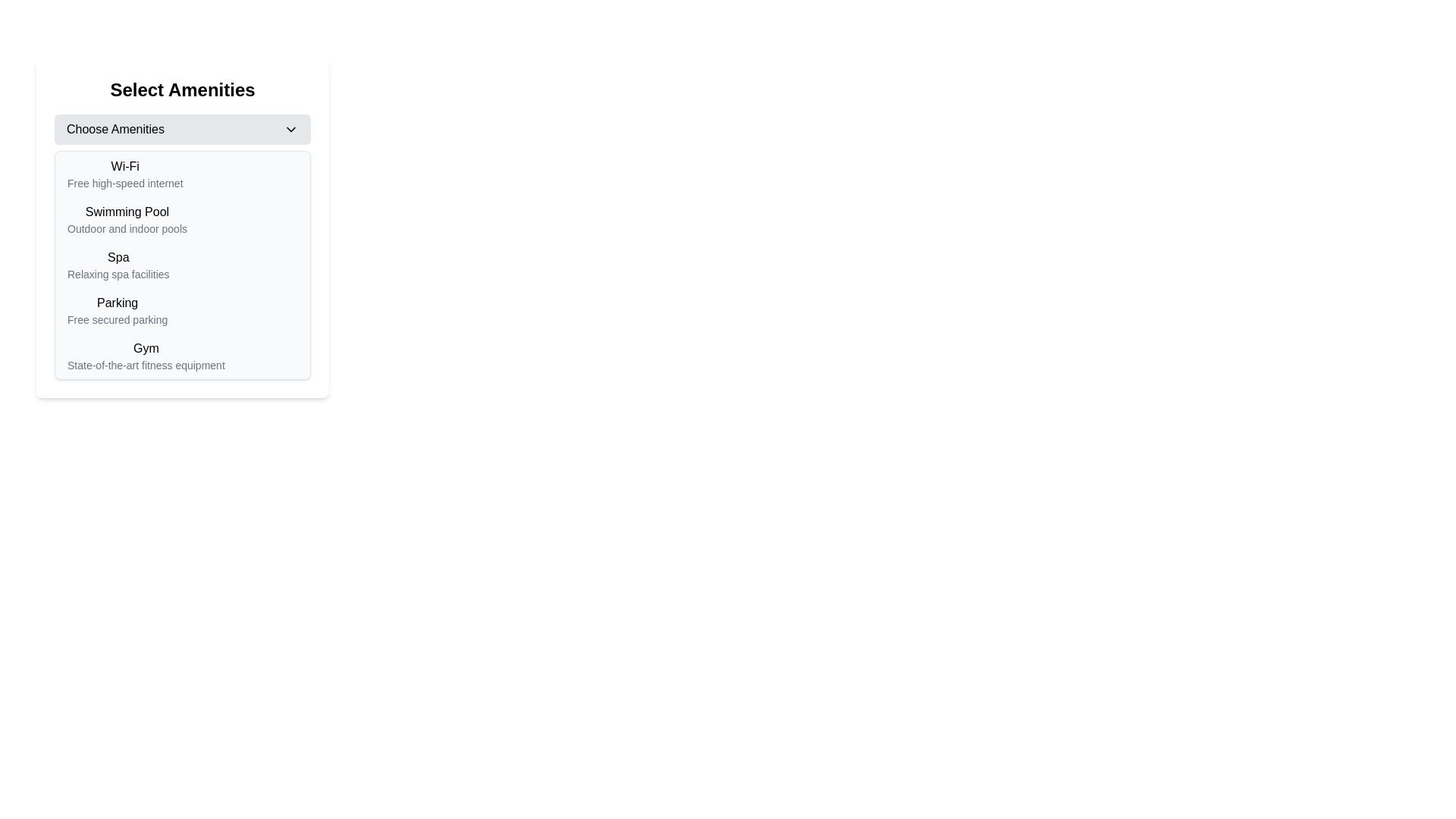  Describe the element at coordinates (127, 212) in the screenshot. I see `the Text Label that serves as a header for the description of amenities, located in the 'Select Amenities' card interface, positioned above the text 'Outdoor and indoor pools'` at that location.